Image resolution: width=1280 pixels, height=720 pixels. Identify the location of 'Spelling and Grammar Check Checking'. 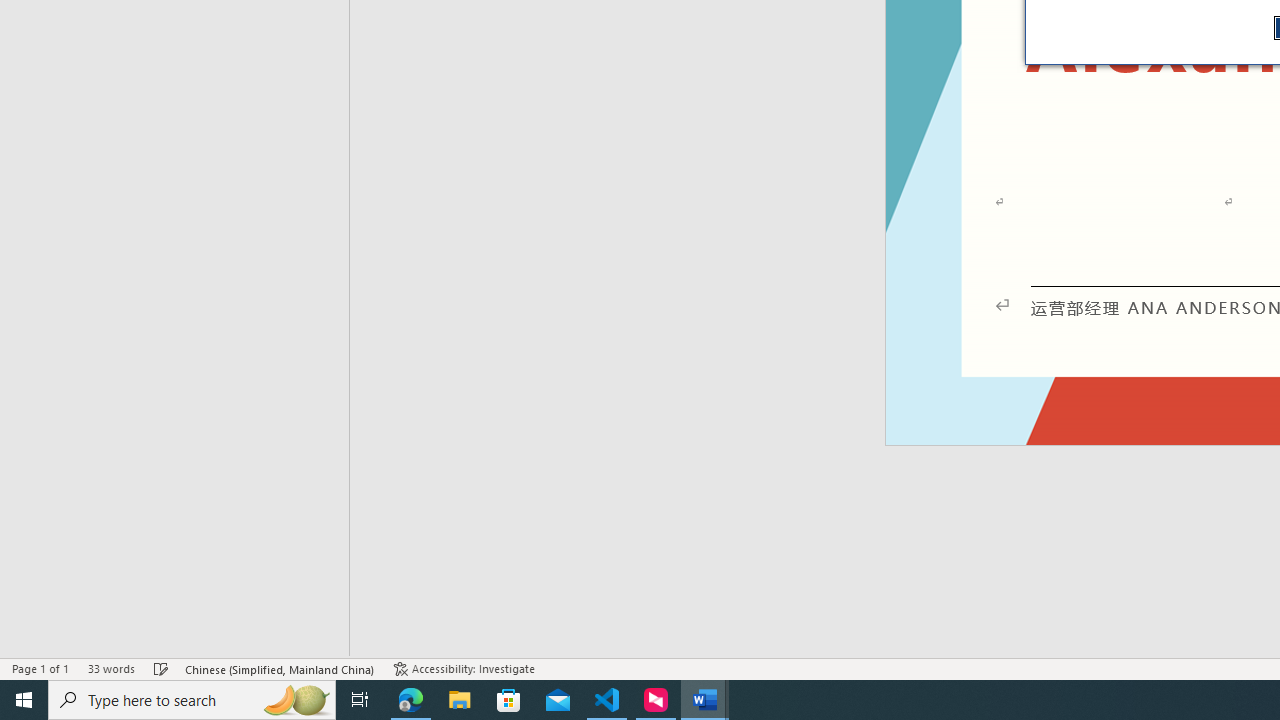
(161, 669).